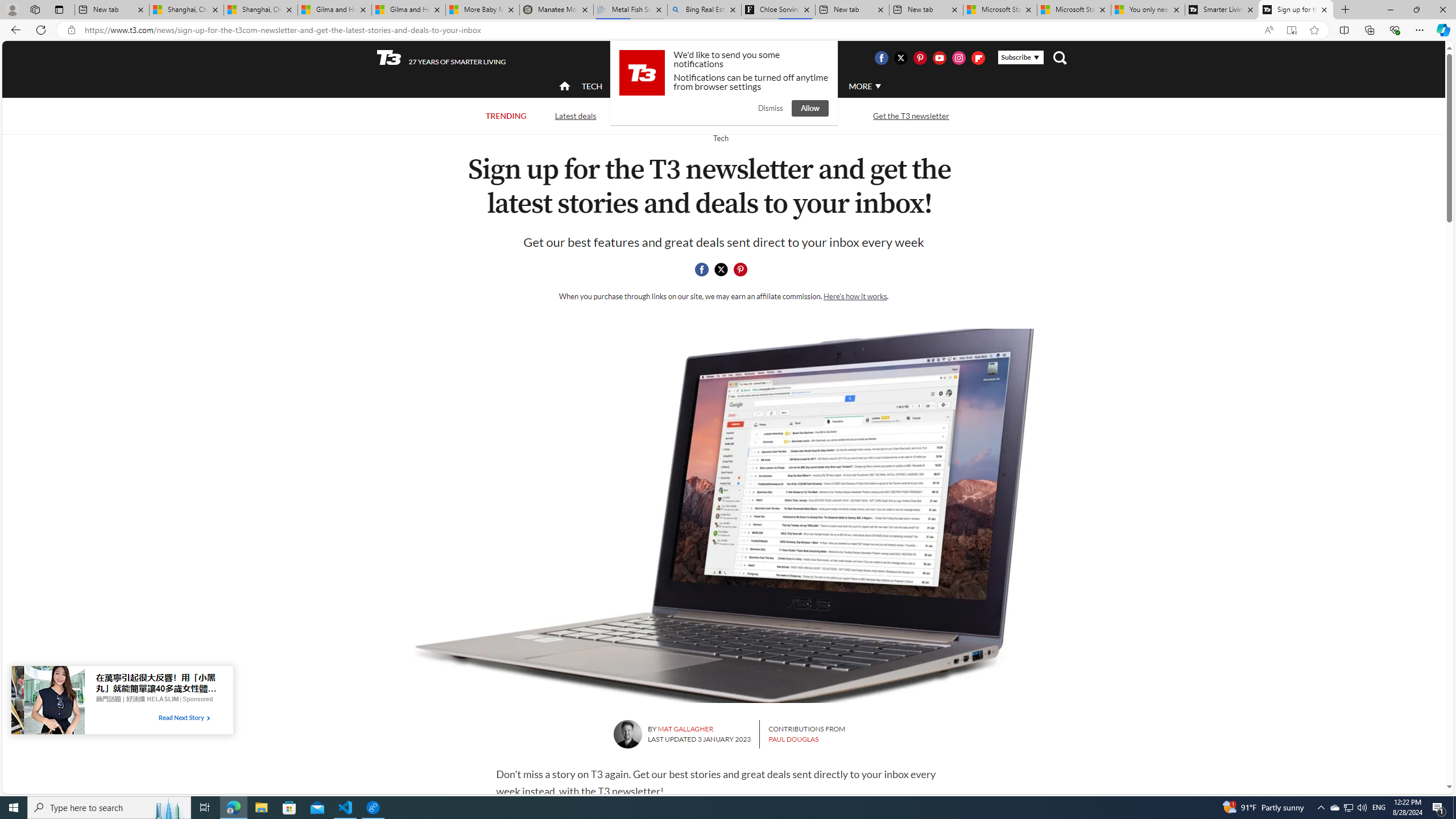 This screenshot has width=1456, height=819. What do you see at coordinates (591, 85) in the screenshot?
I see `'TECH'` at bounding box center [591, 85].